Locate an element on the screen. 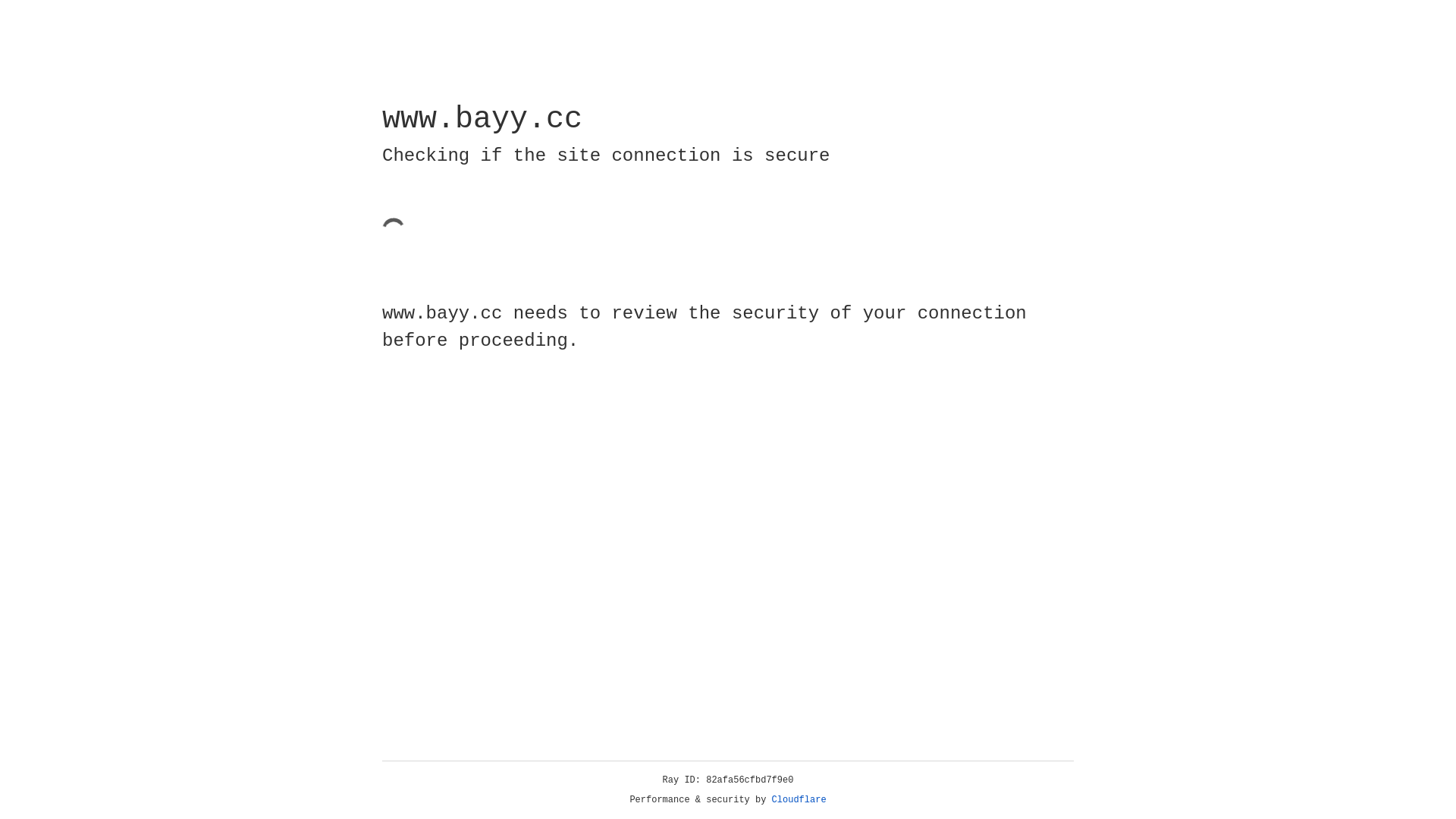  'Cloudflare' is located at coordinates (799, 799).